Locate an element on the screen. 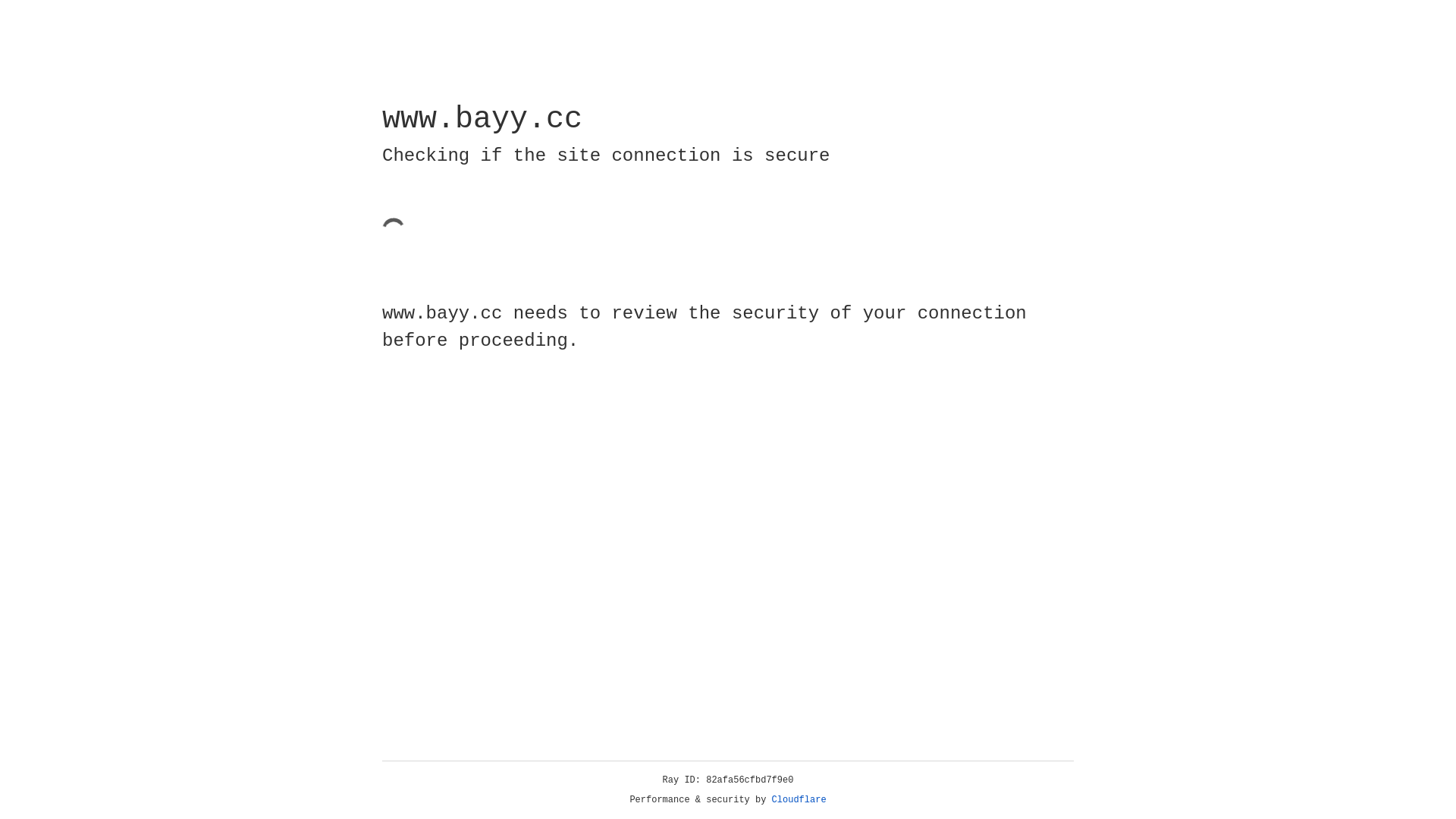  'Cloudflare' is located at coordinates (799, 799).